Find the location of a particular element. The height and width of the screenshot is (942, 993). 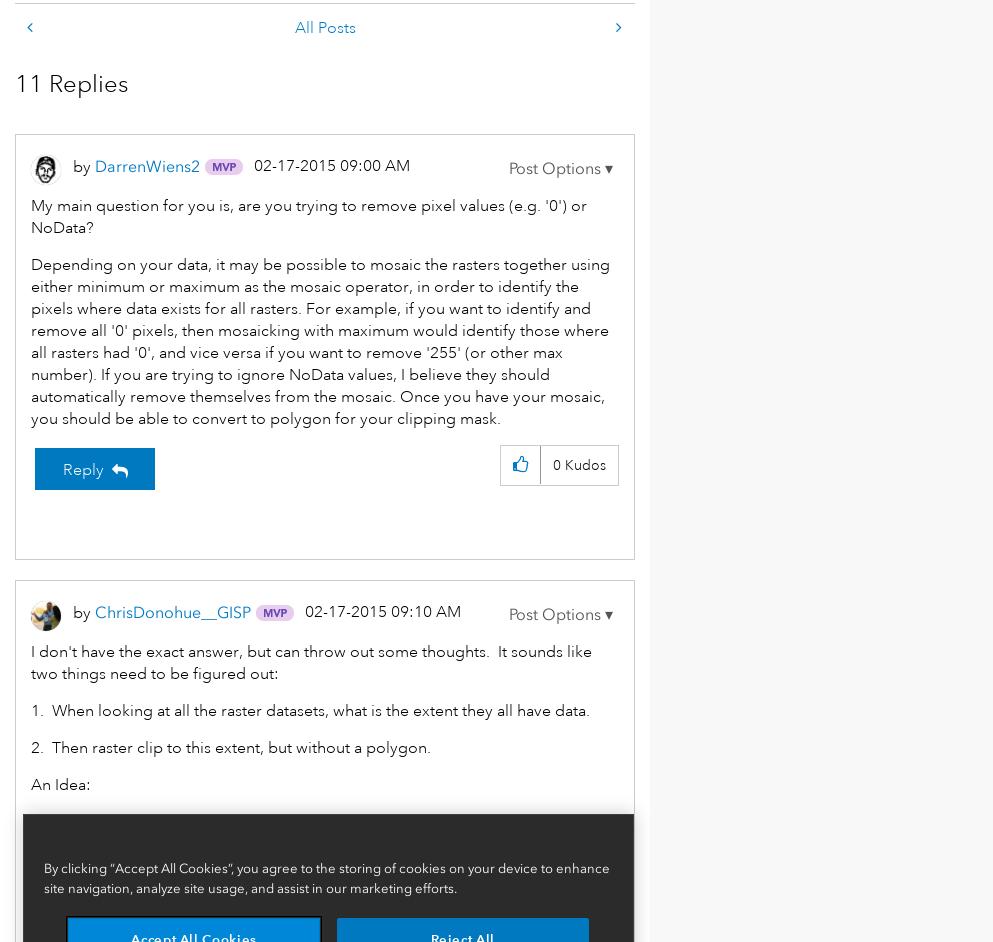

'1.  When looking at all the raster datasets, what is the extent they all have data.' is located at coordinates (309, 710).